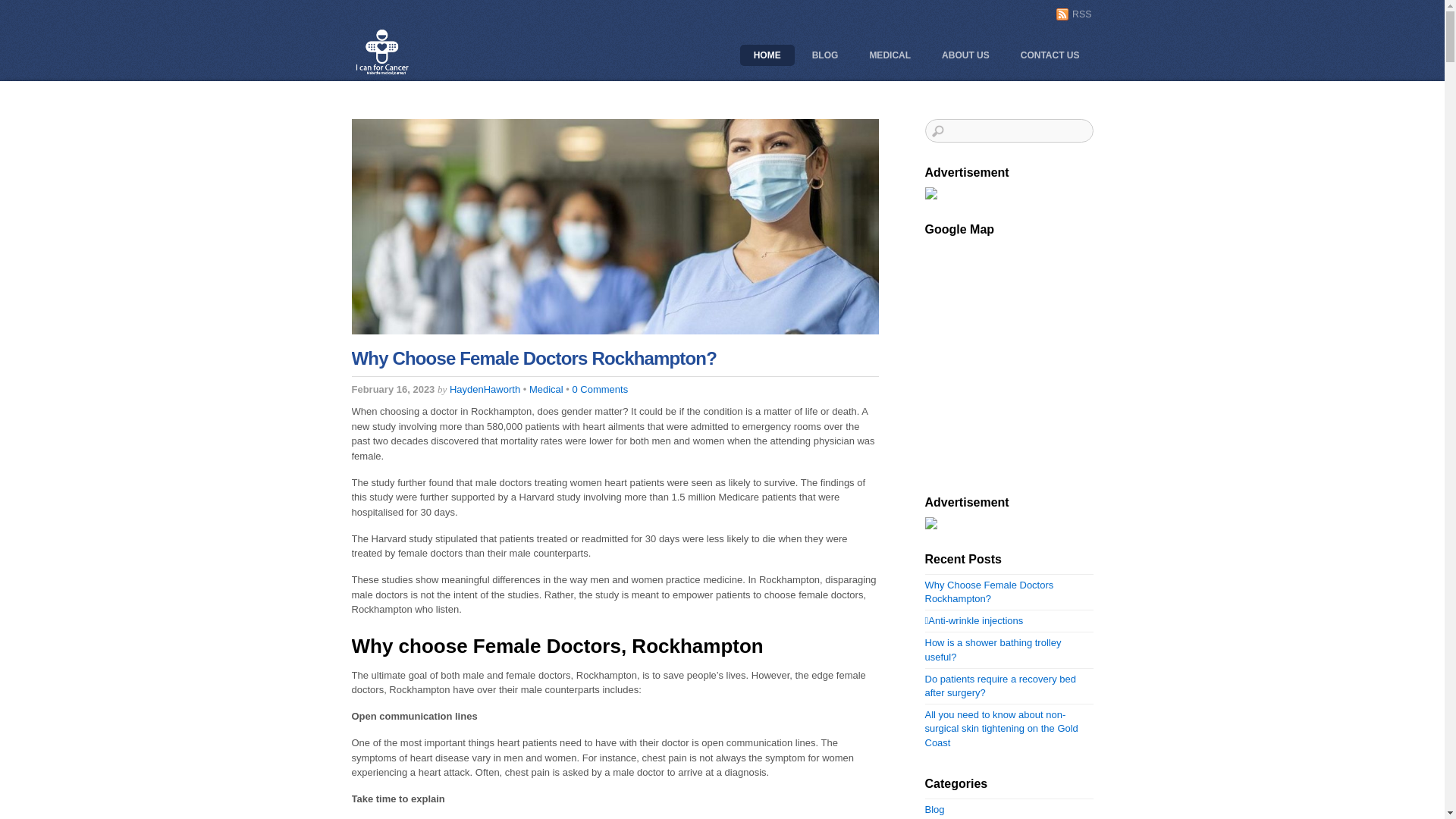 Image resolution: width=1456 pixels, height=819 pixels. I want to click on 'Search', so click(1009, 130).